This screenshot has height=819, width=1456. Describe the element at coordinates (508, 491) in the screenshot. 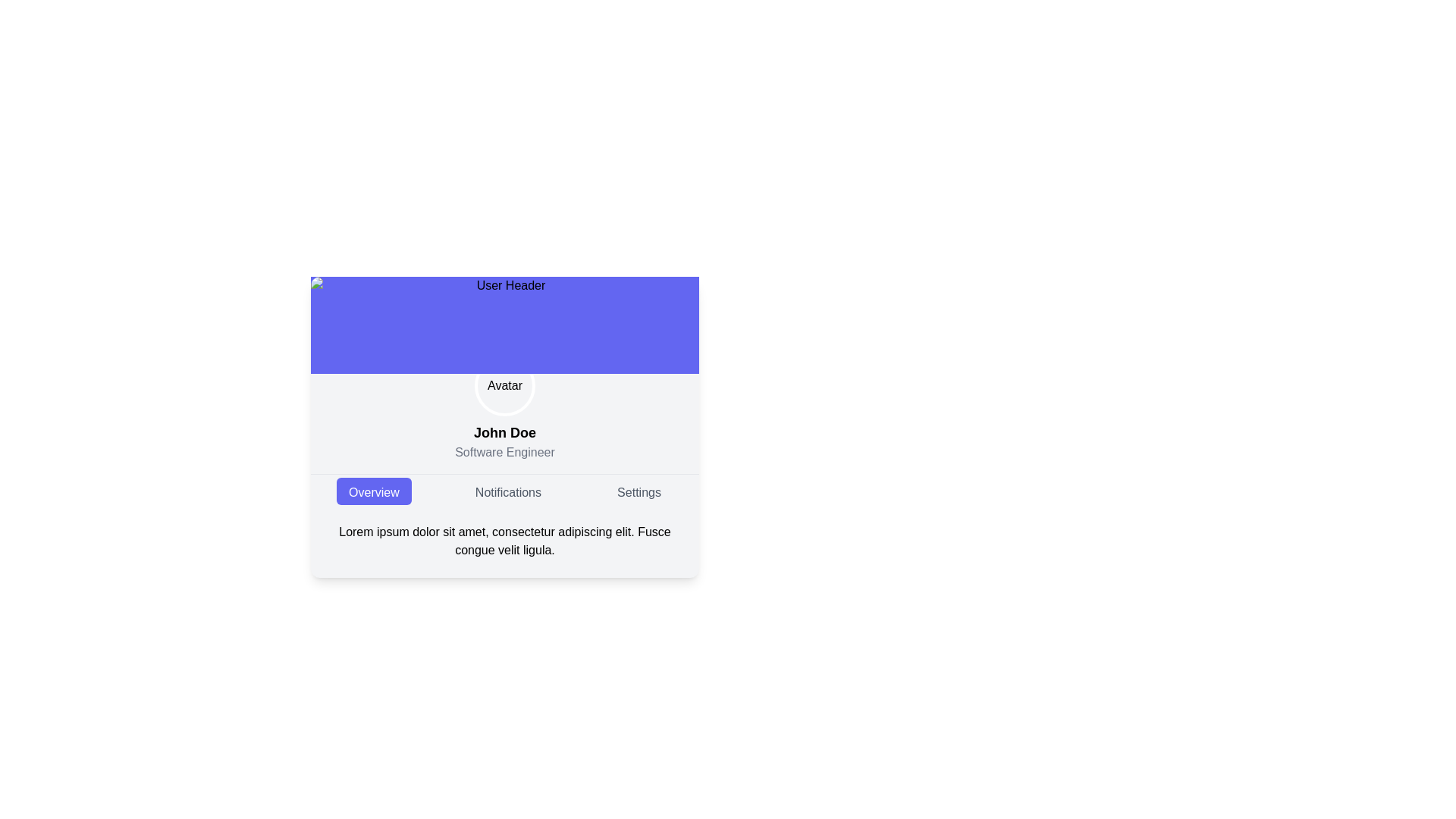

I see `the navigation button located in the middle of the horizontal menu bar at the bottom of the user card component` at that location.